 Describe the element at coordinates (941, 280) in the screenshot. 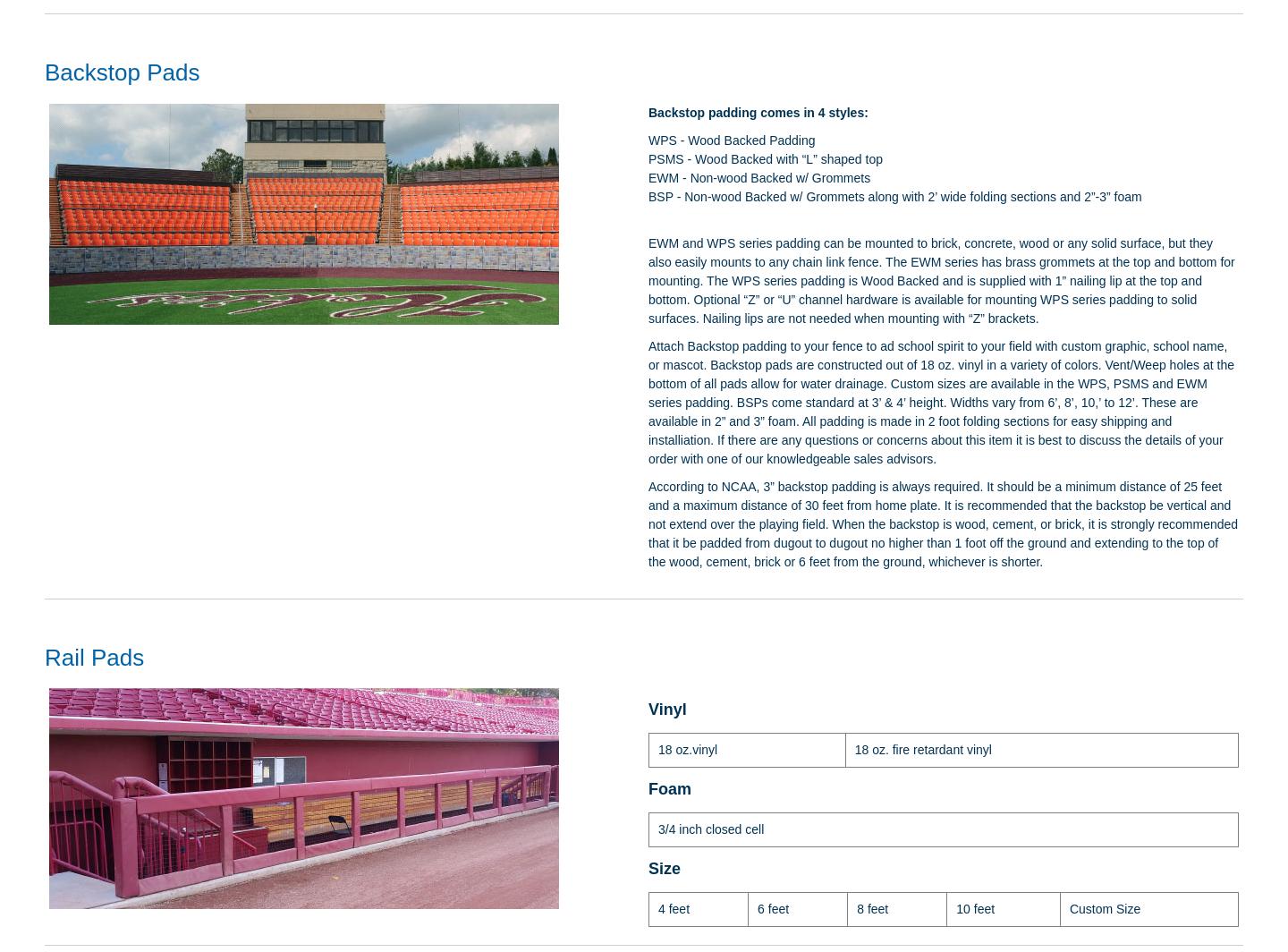

I see `'EWM and WPS series padding can be mounted to brick, concrete, wood or any solid surface, but they also easily mounts to any chain link fence. The EWM series has brass grommets at the top and bottom for mounting. The WPS series padding is Wood Backed and is supplied with 1” nailing lip at the top and bottom. Optional “Z” or “U” channel hardware is available for mounting WPS series padding to solid surfaces. Nailing lips are not needed when mounting with “Z” brackets.'` at that location.